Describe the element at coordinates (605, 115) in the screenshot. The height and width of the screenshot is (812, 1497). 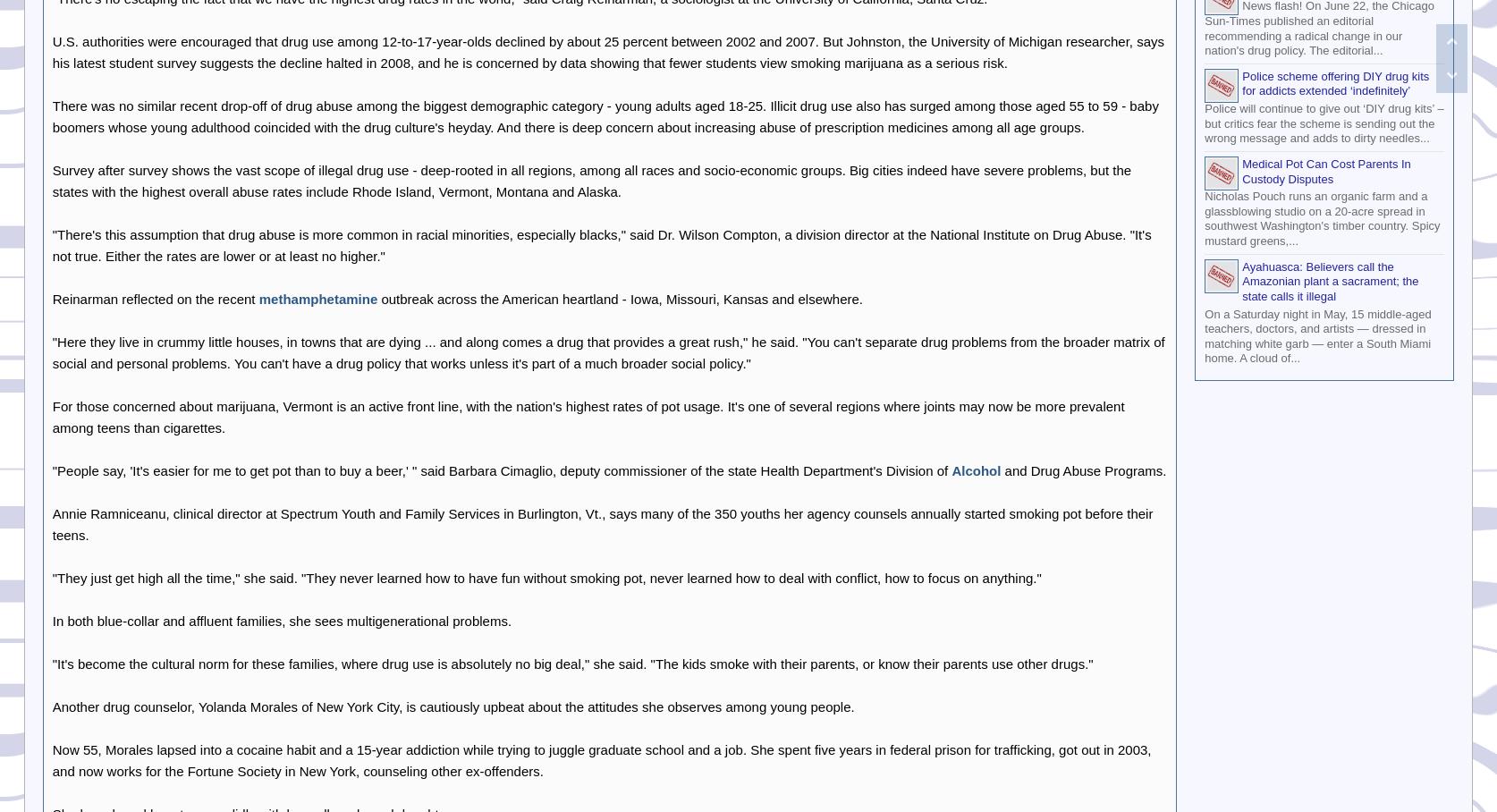
I see `'There was no similar recent drop-off of drug abuse among the biggest demographic category - young adults aged 18-25. Illicit drug use also has surged among those aged 55 to 59 - baby boomers whose young adulthood coincided with the drug culture's heyday. And there is deep concern about increasing abuse of prescription medicines among all age groups.'` at that location.